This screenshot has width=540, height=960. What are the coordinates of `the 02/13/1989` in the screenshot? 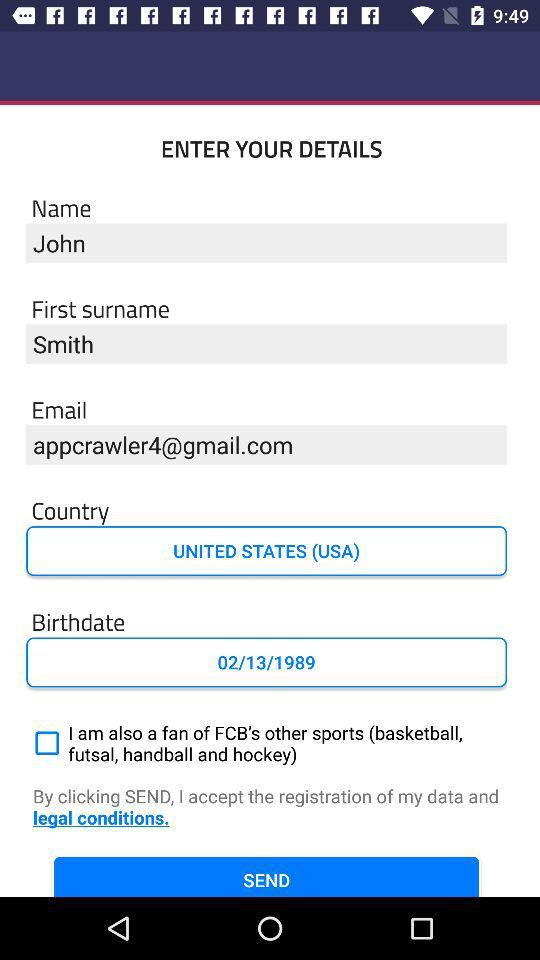 It's located at (266, 662).